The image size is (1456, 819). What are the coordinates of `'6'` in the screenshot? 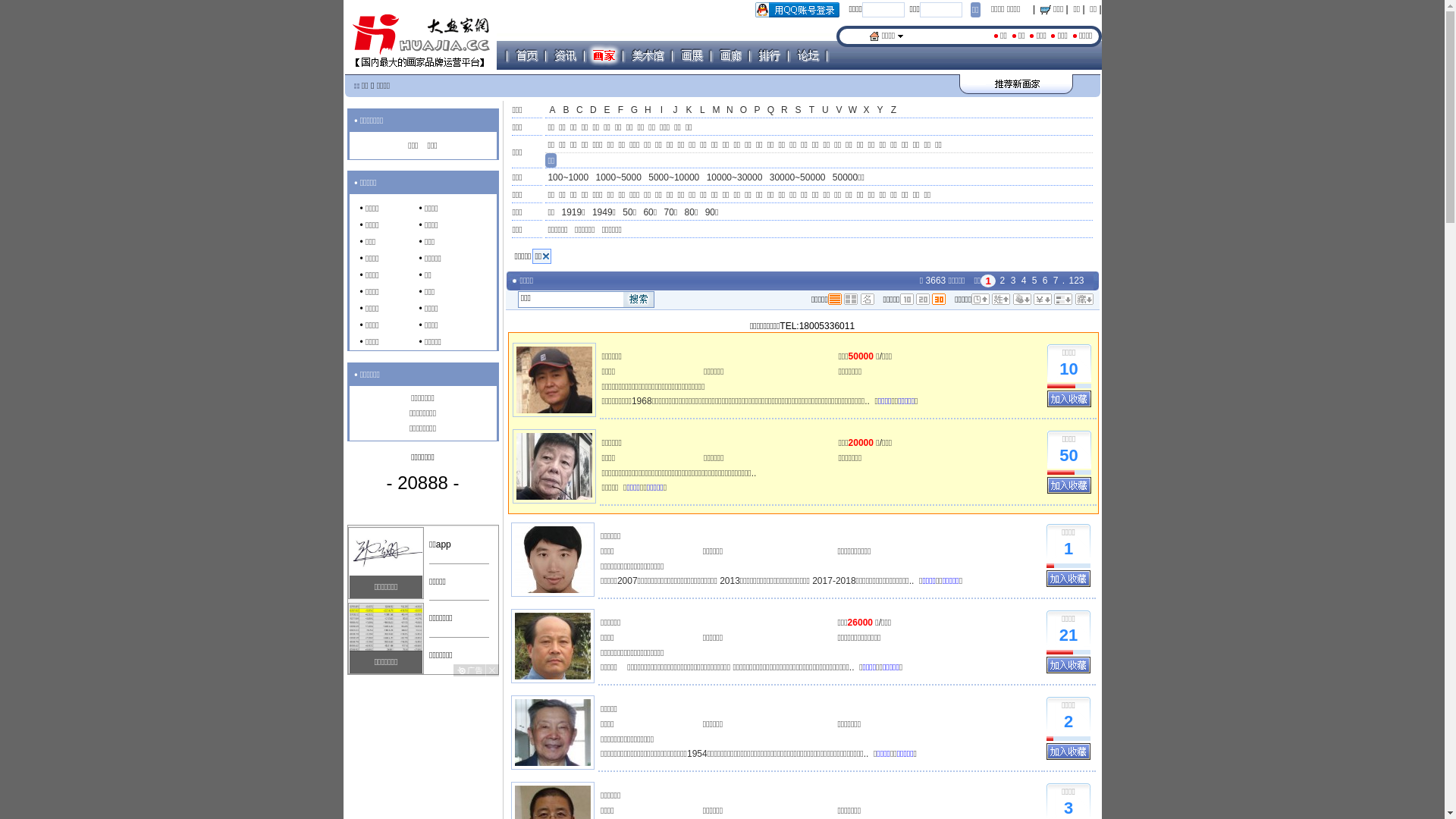 It's located at (1040, 281).